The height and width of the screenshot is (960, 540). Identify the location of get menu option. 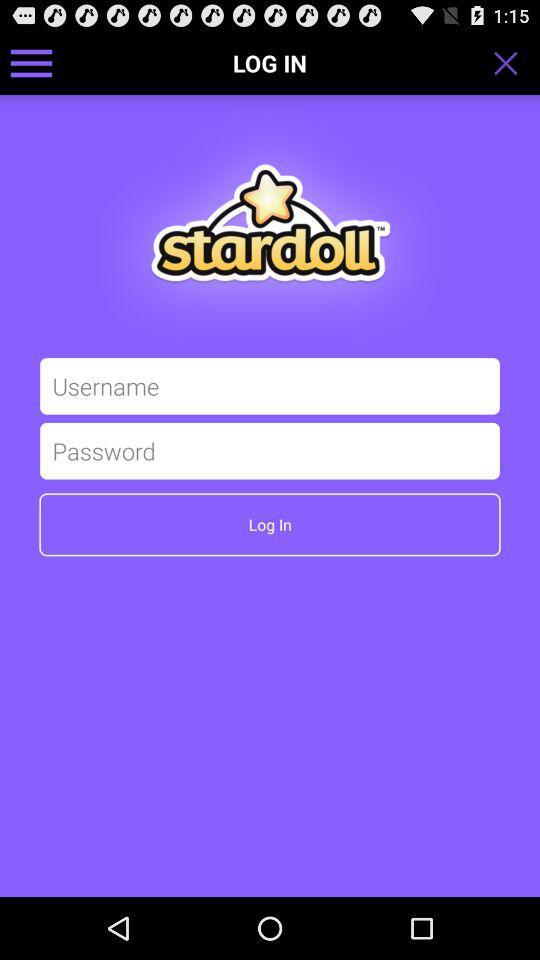
(30, 62).